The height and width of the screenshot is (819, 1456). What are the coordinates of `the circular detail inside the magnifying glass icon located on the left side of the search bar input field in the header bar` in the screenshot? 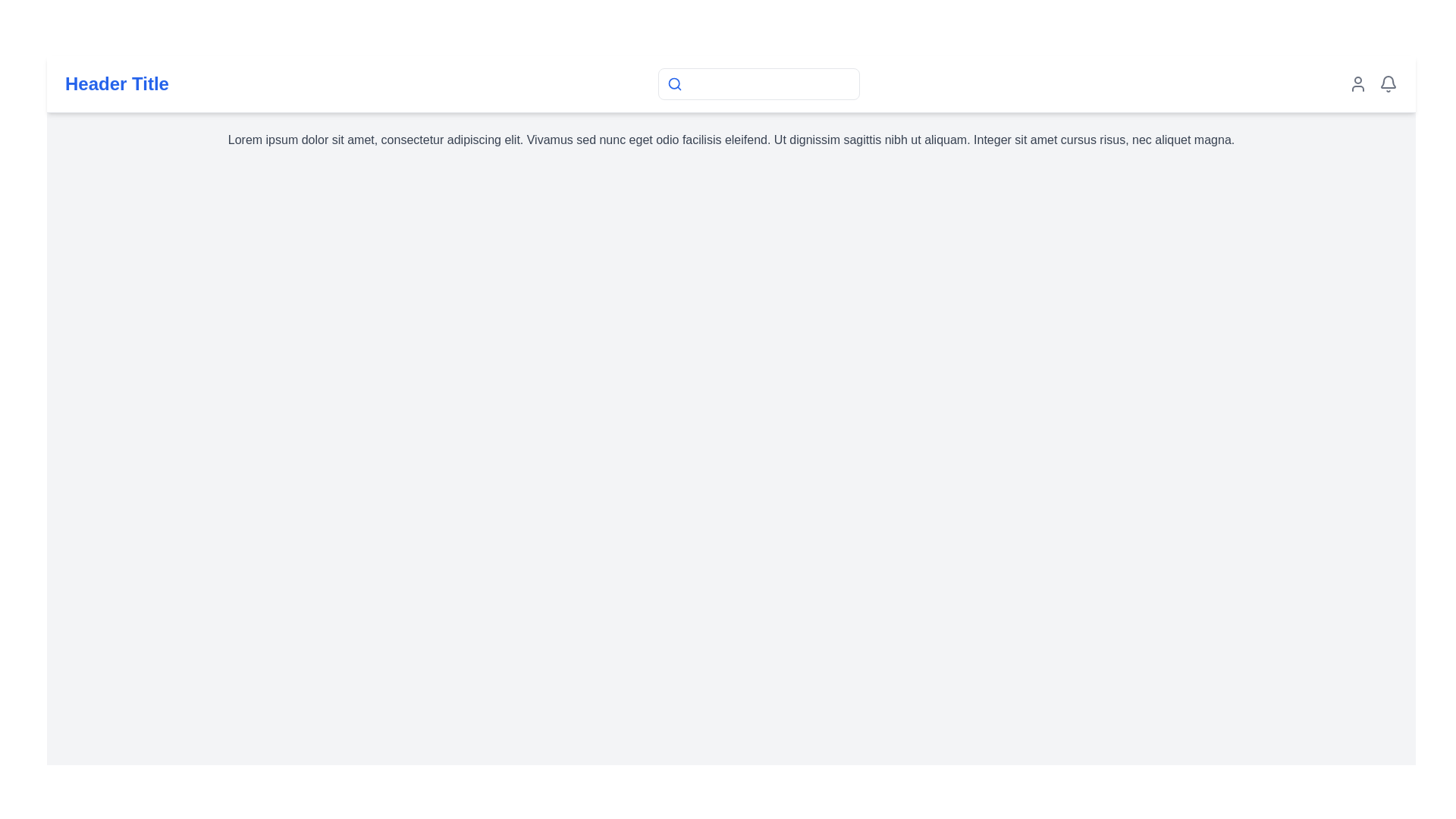 It's located at (673, 83).